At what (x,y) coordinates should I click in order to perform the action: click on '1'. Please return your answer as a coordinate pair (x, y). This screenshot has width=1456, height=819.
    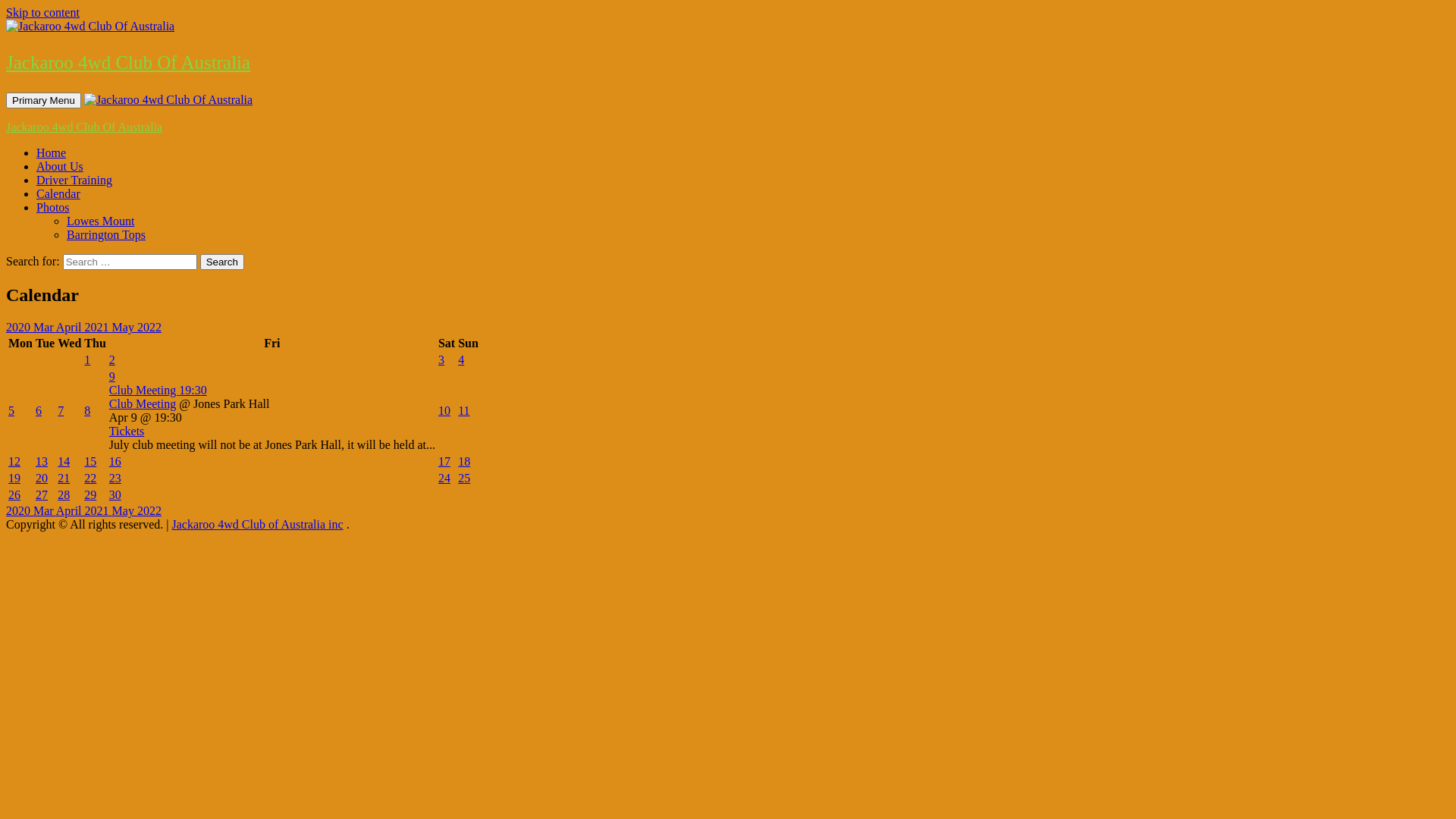
    Looking at the image, I should click on (86, 359).